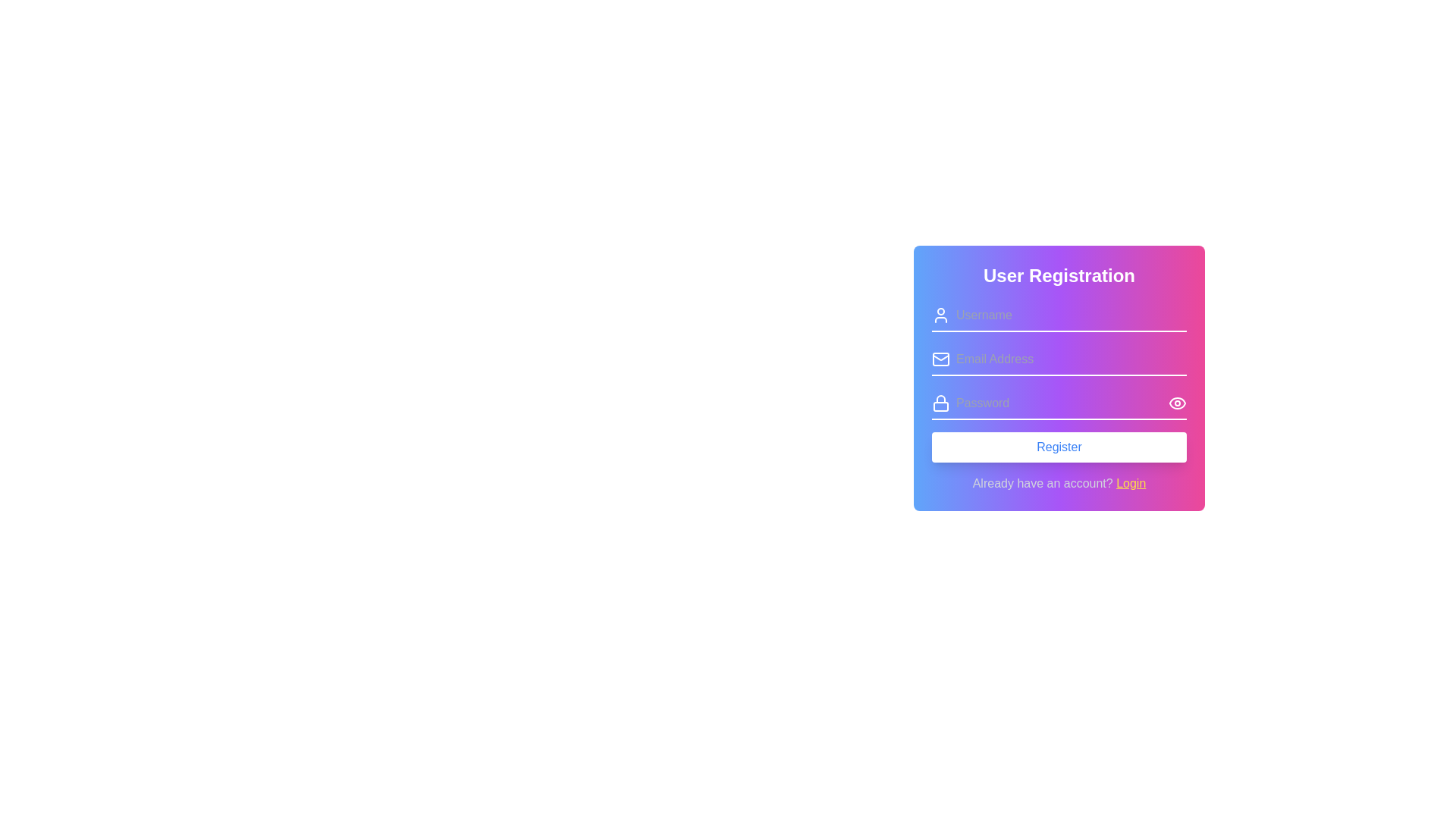  Describe the element at coordinates (940, 315) in the screenshot. I see `the user icon styled as an outline of a person, located to the left of the 'Username' input field in the User Registration form panel` at that location.